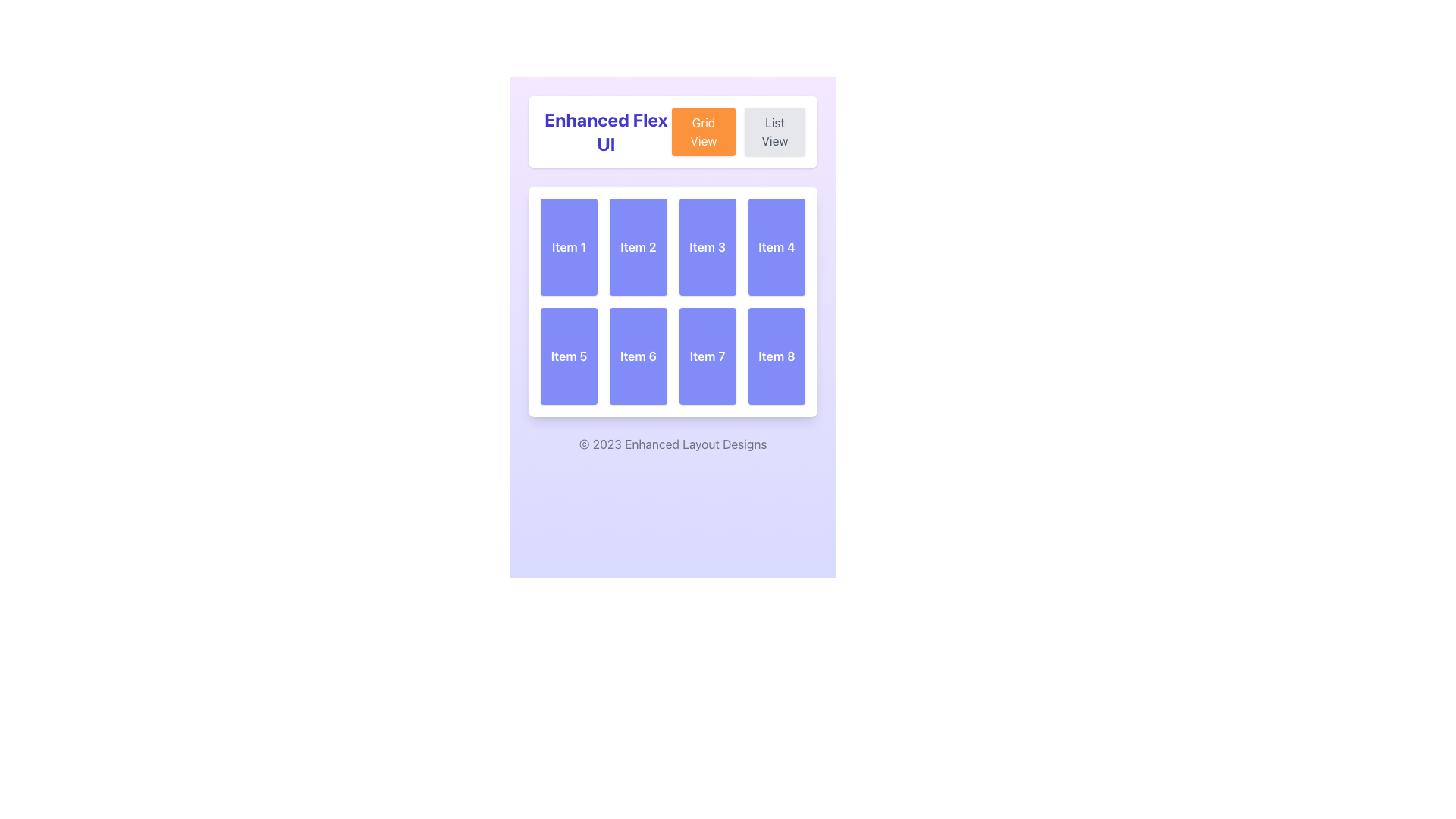  Describe the element at coordinates (707, 246) in the screenshot. I see `the grid item representing 'Item 3', which is located in the first row and third column of the grid structure` at that location.